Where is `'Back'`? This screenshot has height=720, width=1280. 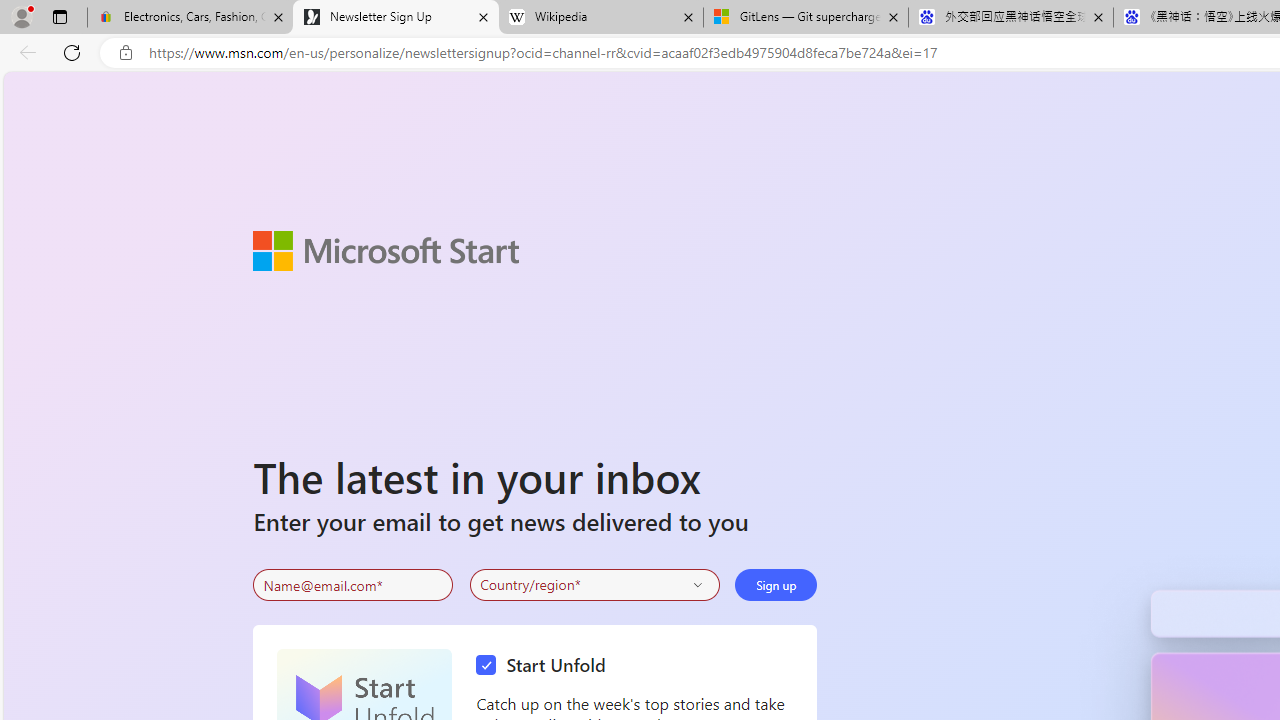
'Back' is located at coordinates (24, 51).